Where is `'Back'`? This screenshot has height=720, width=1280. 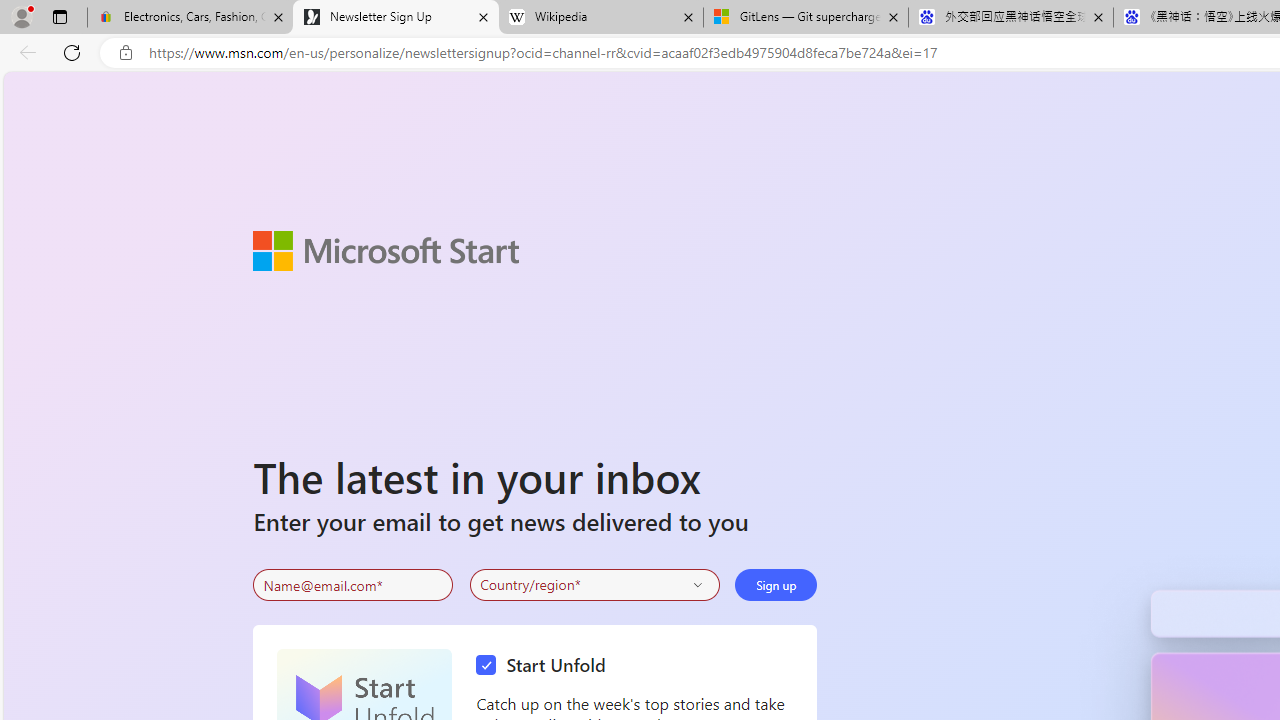
'Back' is located at coordinates (24, 51).